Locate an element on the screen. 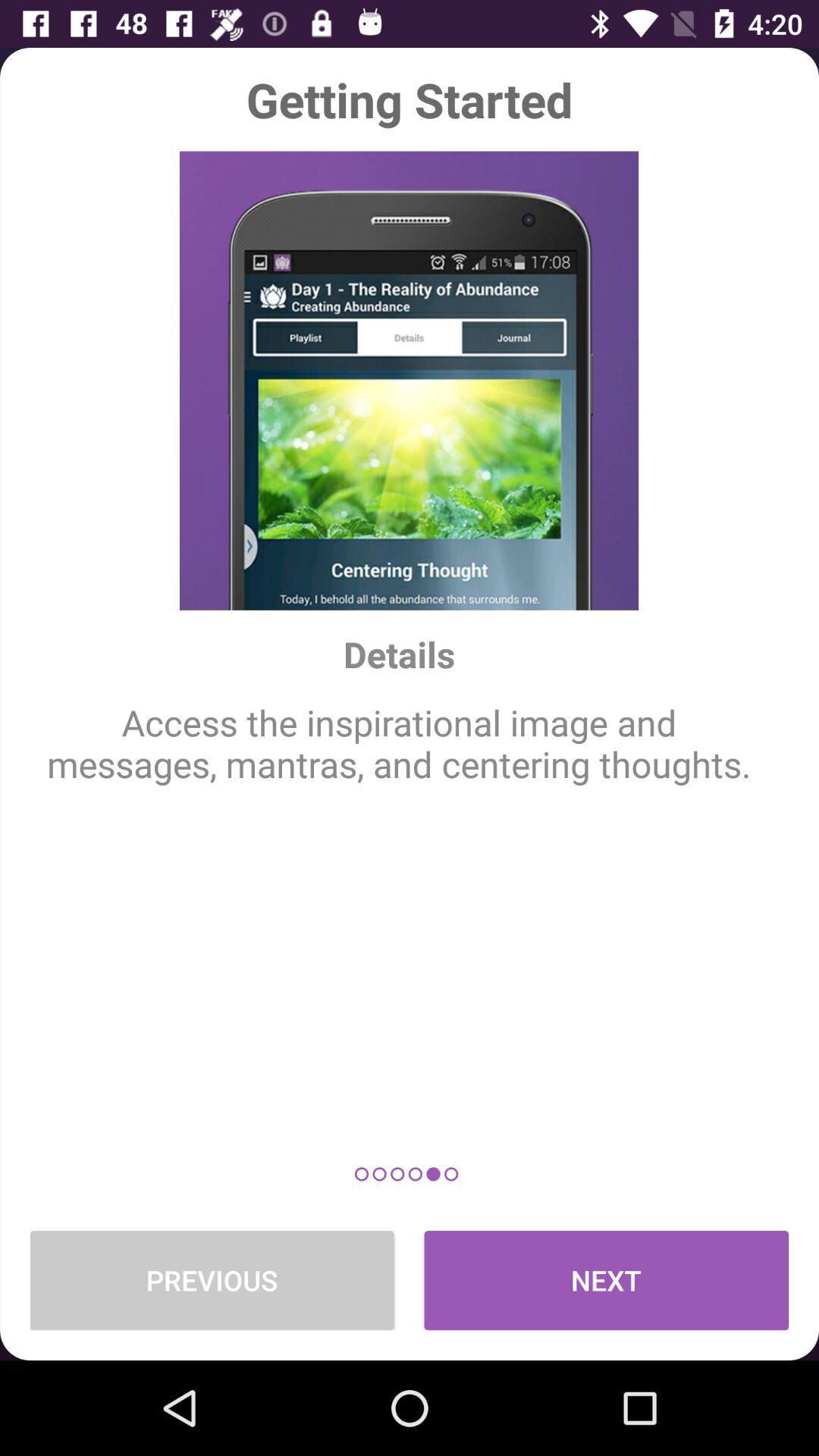  the next at the bottom right corner is located at coordinates (605, 1279).